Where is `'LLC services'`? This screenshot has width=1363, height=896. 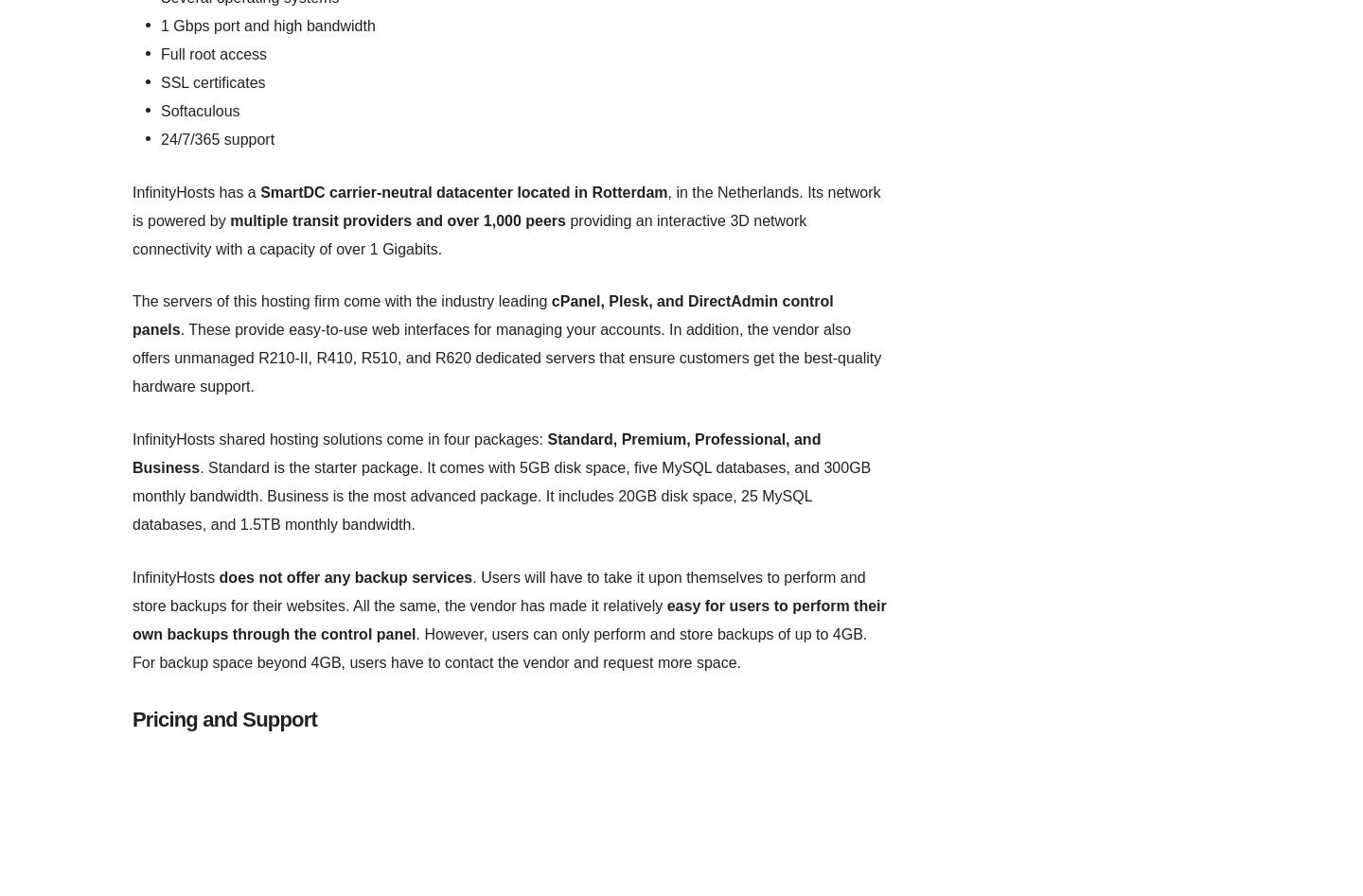 'LLC services' is located at coordinates (158, 349).